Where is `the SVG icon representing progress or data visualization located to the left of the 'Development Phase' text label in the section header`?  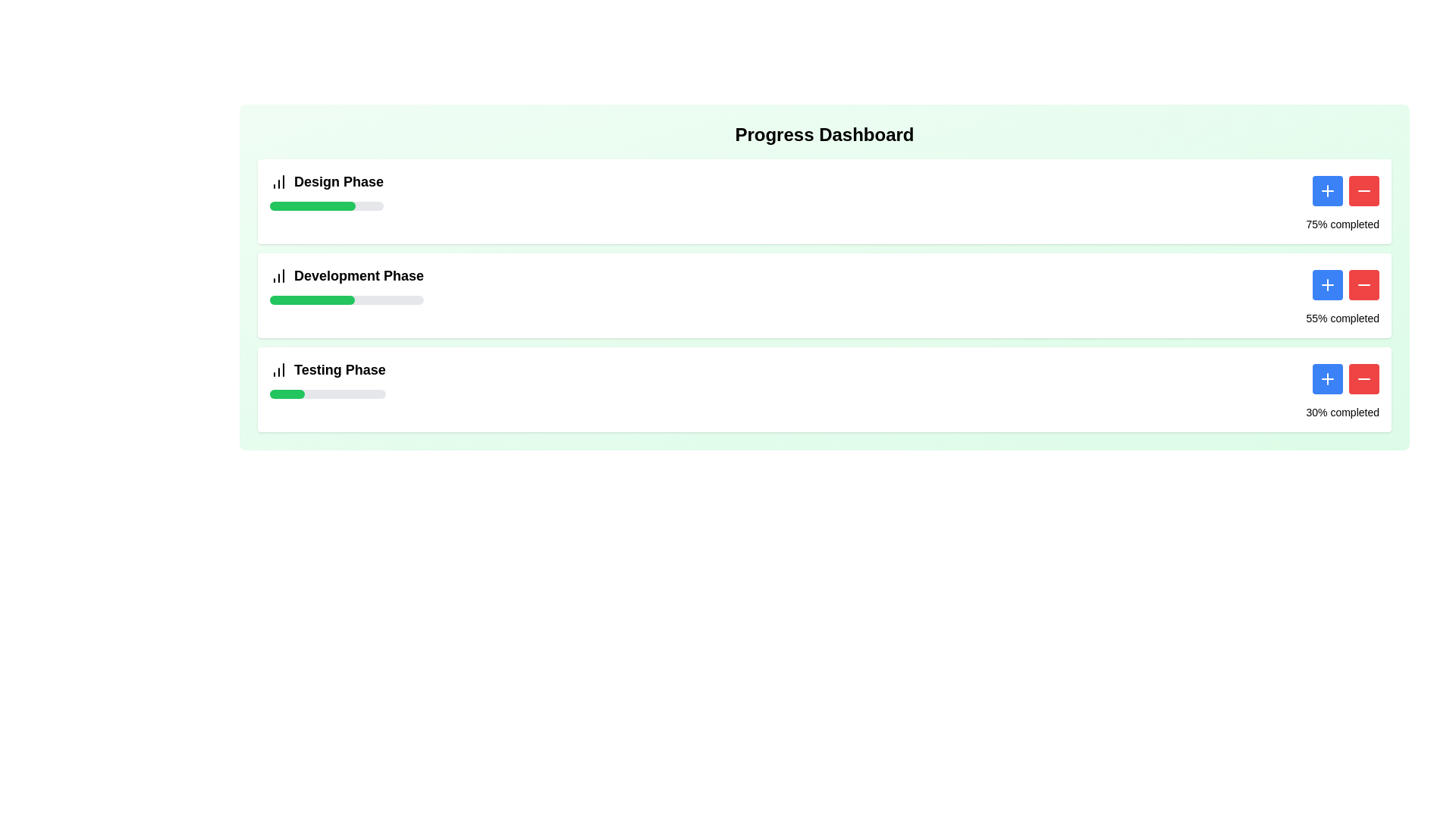
the SVG icon representing progress or data visualization located to the left of the 'Development Phase' text label in the section header is located at coordinates (279, 275).